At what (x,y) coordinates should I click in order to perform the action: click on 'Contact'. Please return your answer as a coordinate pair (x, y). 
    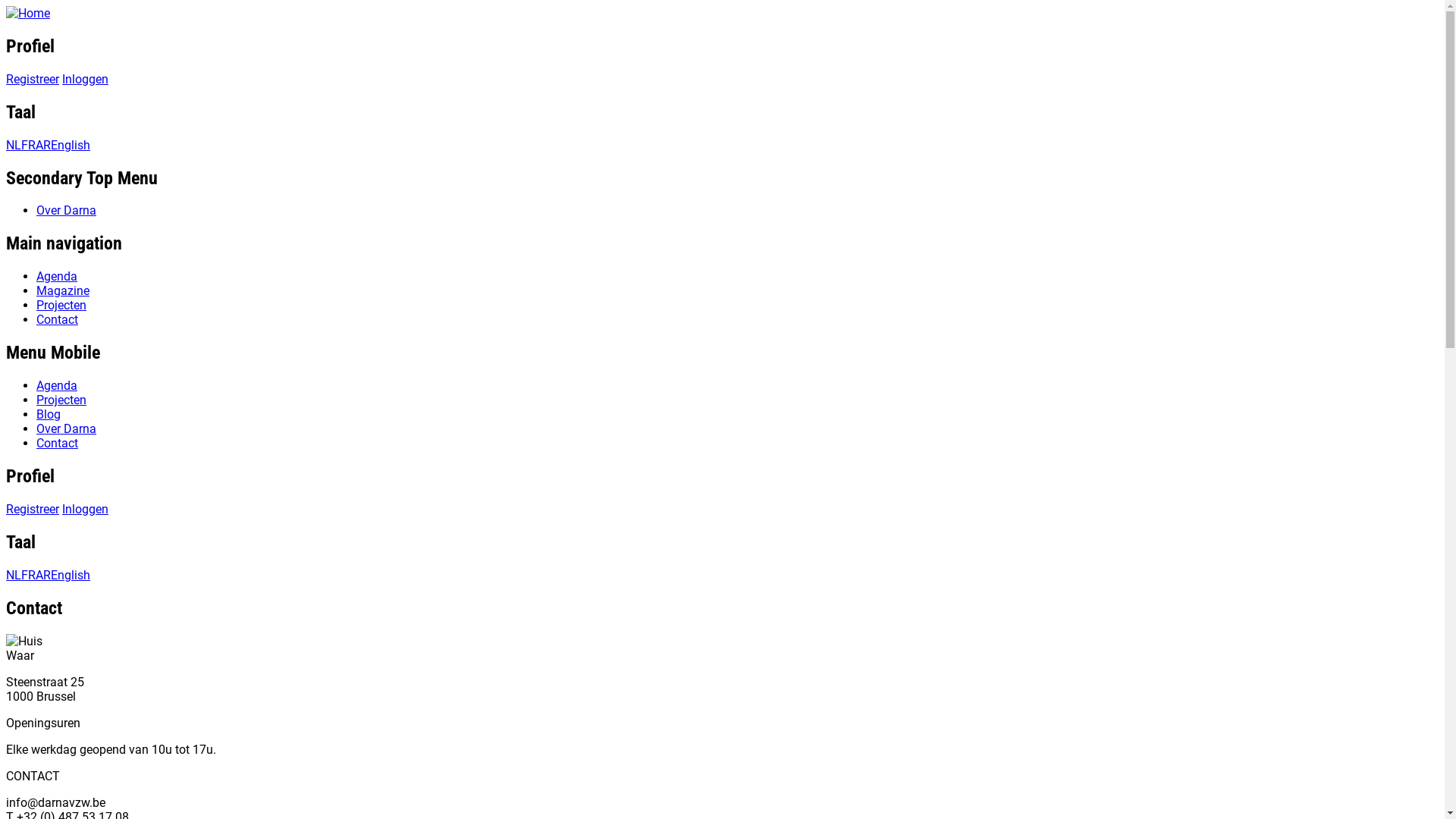
    Looking at the image, I should click on (57, 318).